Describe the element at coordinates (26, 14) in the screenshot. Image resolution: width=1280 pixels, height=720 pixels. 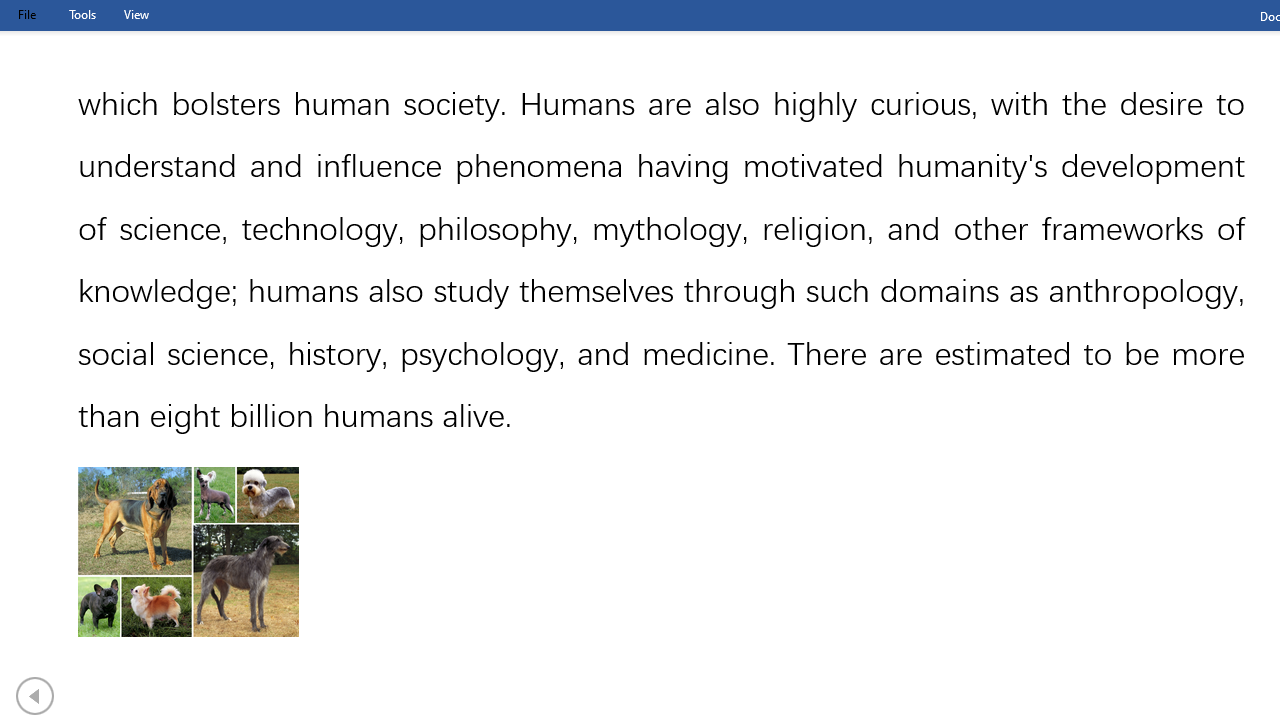
I see `'File Tab'` at that location.